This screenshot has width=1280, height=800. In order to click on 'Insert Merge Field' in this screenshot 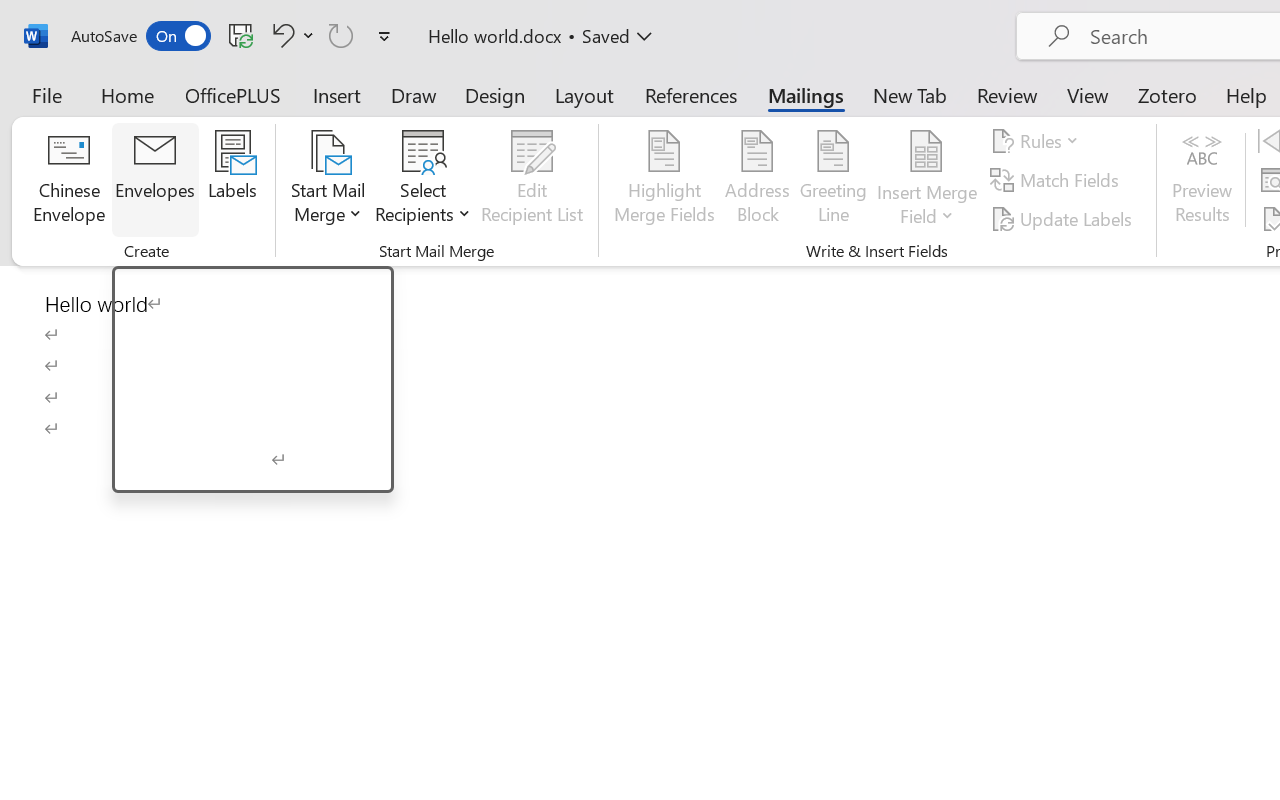, I will do `click(926, 151)`.